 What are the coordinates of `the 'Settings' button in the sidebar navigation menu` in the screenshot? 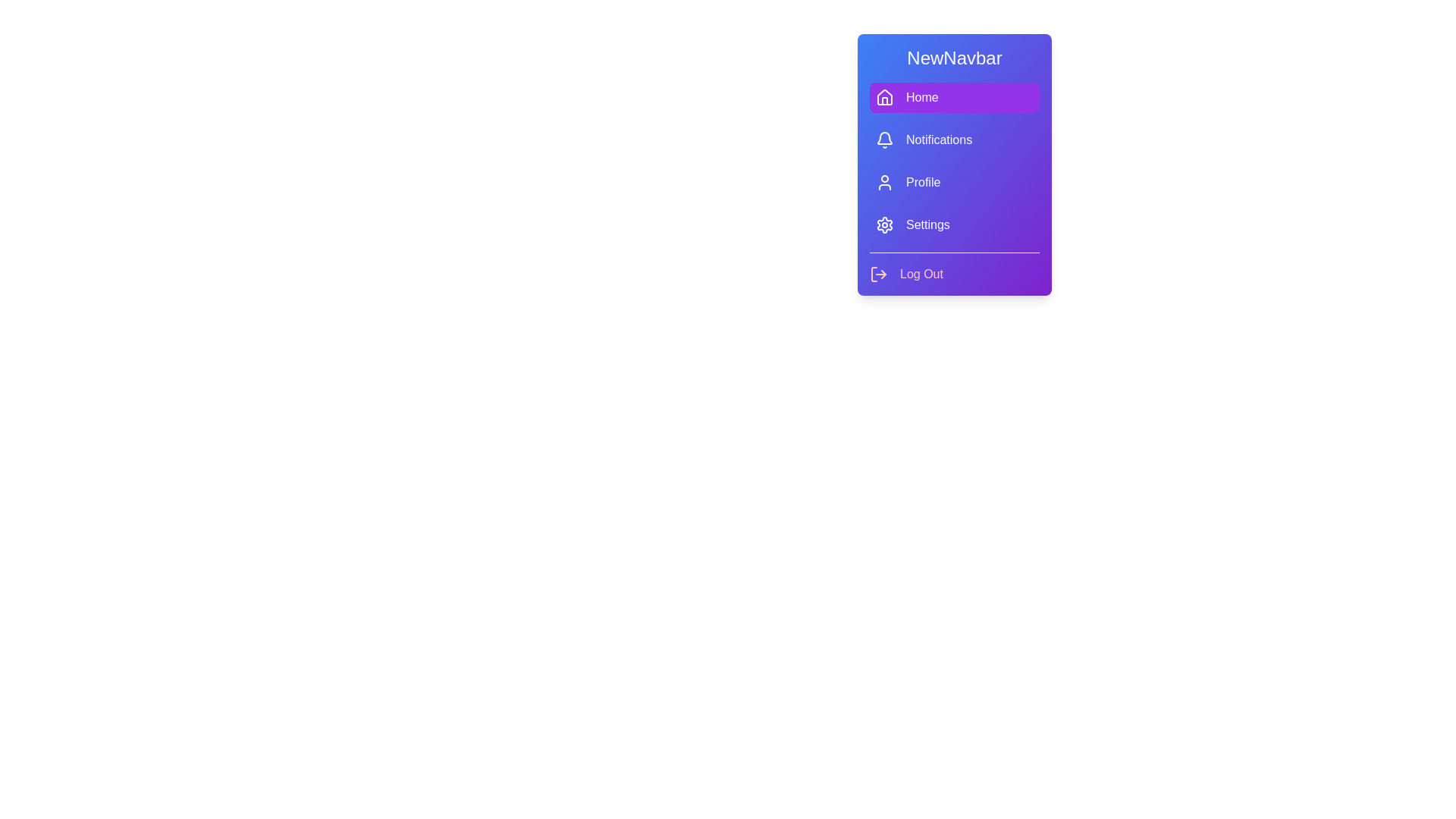 It's located at (953, 225).